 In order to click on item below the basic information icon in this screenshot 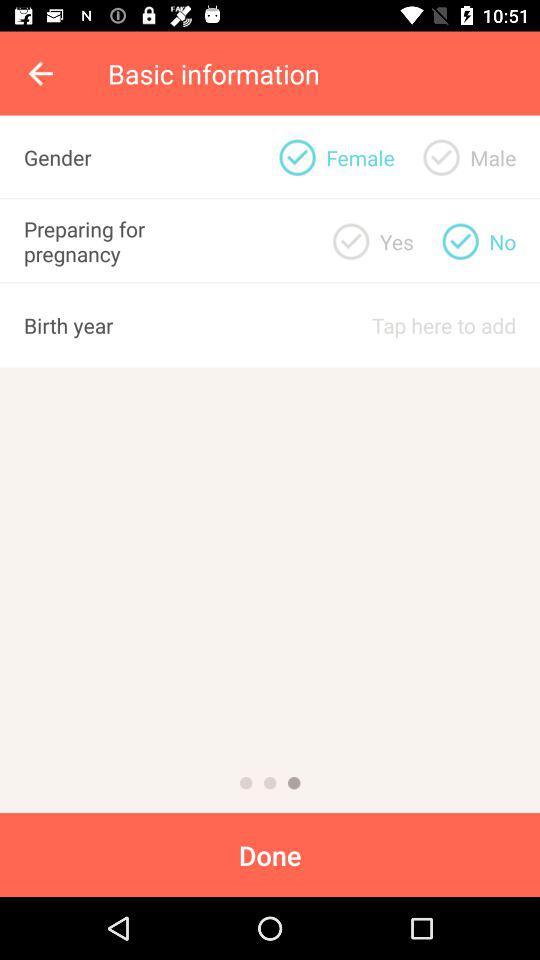, I will do `click(441, 156)`.